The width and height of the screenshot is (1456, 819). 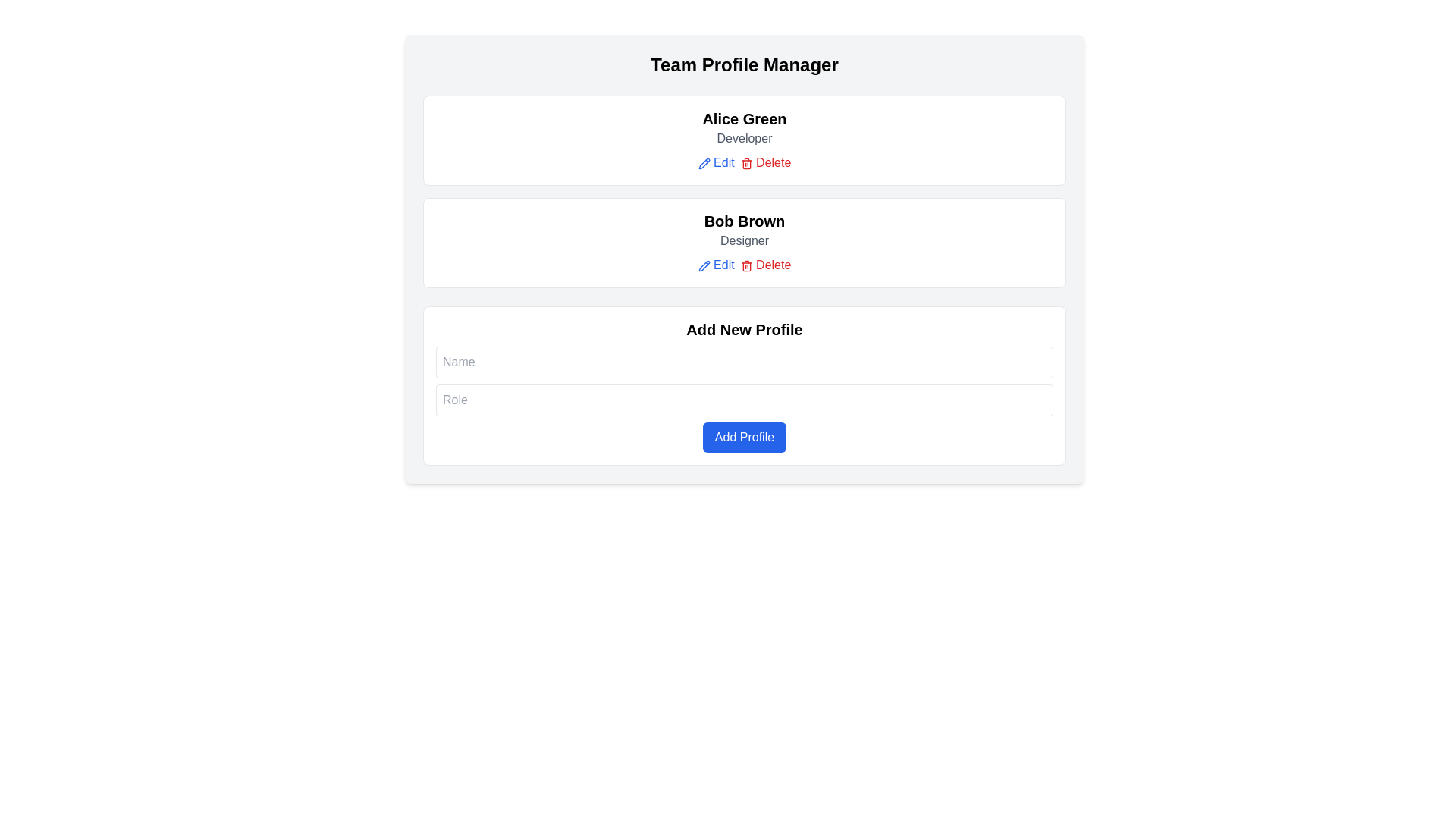 I want to click on the 'Edit' button for the user profile of 'Bob Brown' to initiate the edit action, so click(x=715, y=265).